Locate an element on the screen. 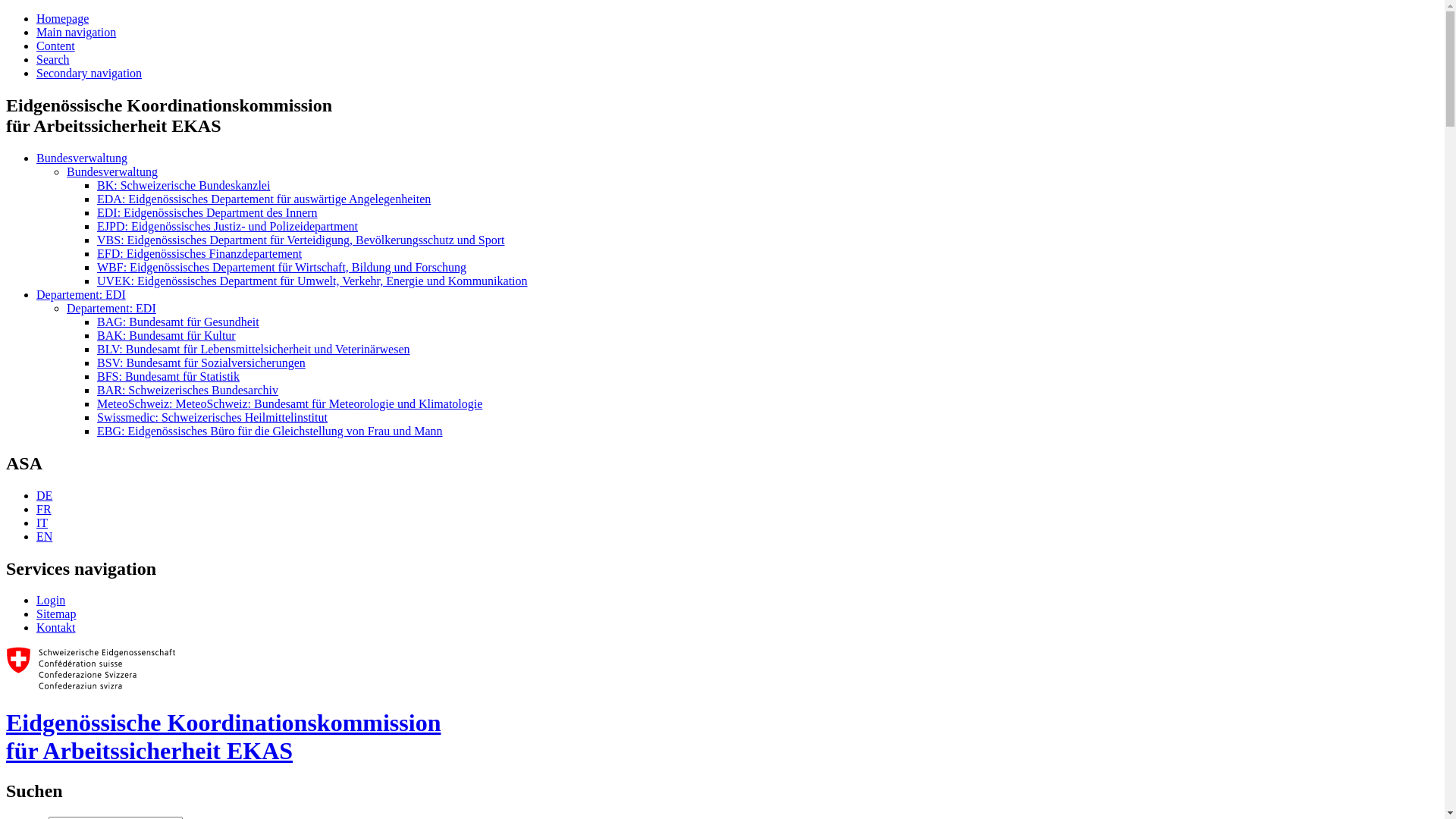  'Homepage' is located at coordinates (61, 18).